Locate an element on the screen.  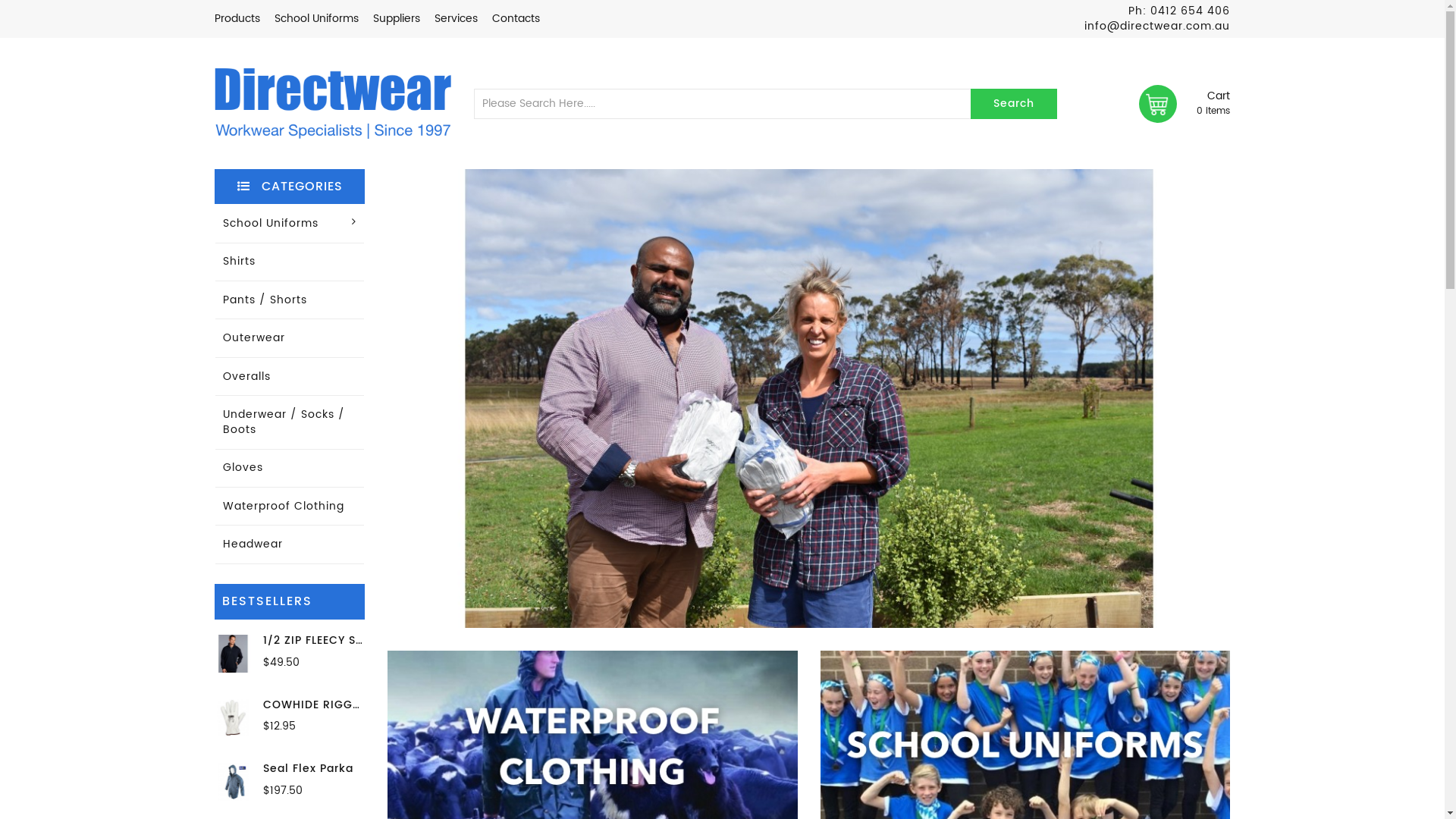
'1/2 ZIP FLEECY SWEAT 320GSM' is located at coordinates (232, 652).